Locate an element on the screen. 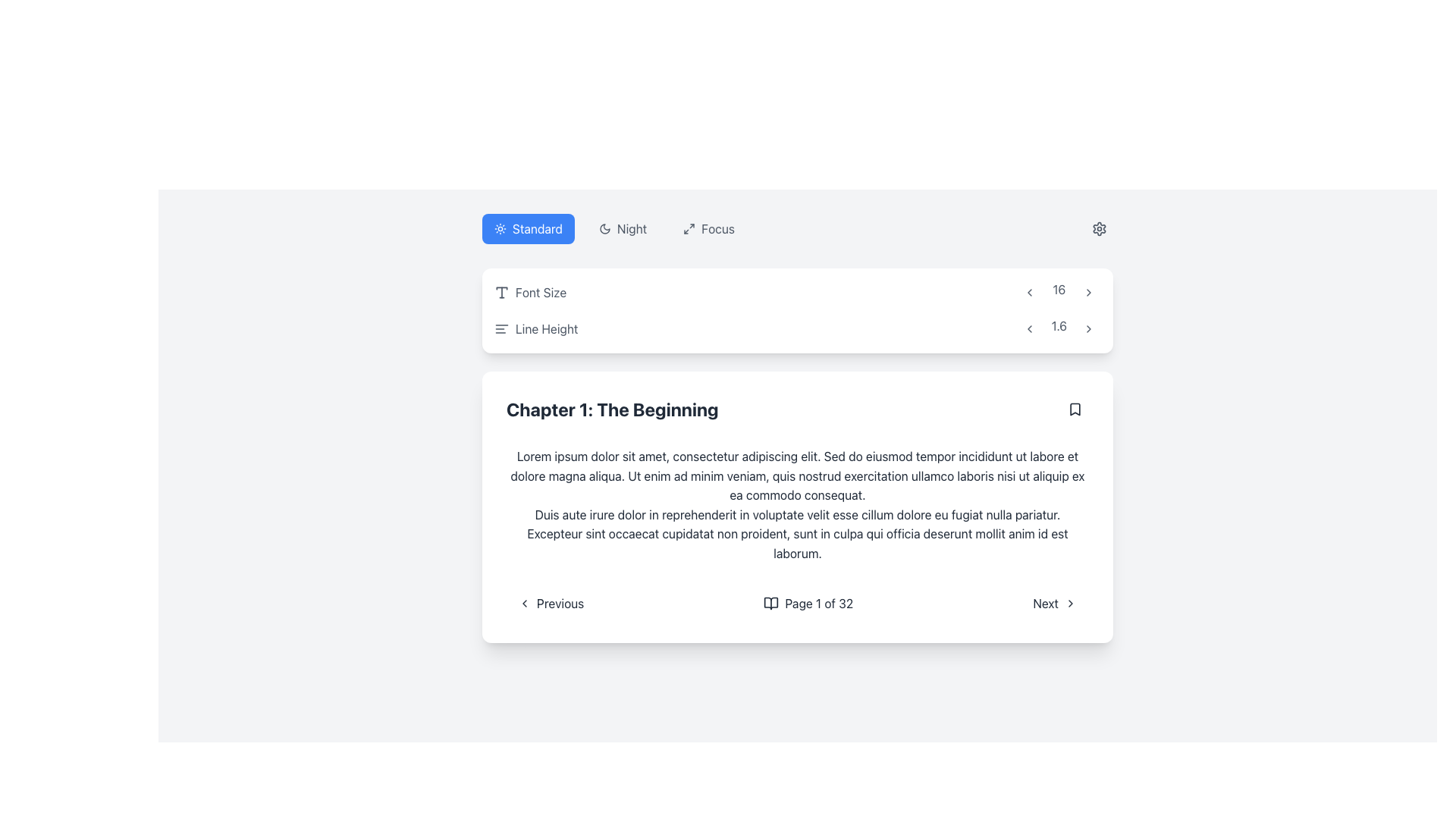 The width and height of the screenshot is (1456, 819). the gear icon in the top-right corner of the interface is located at coordinates (1099, 228).